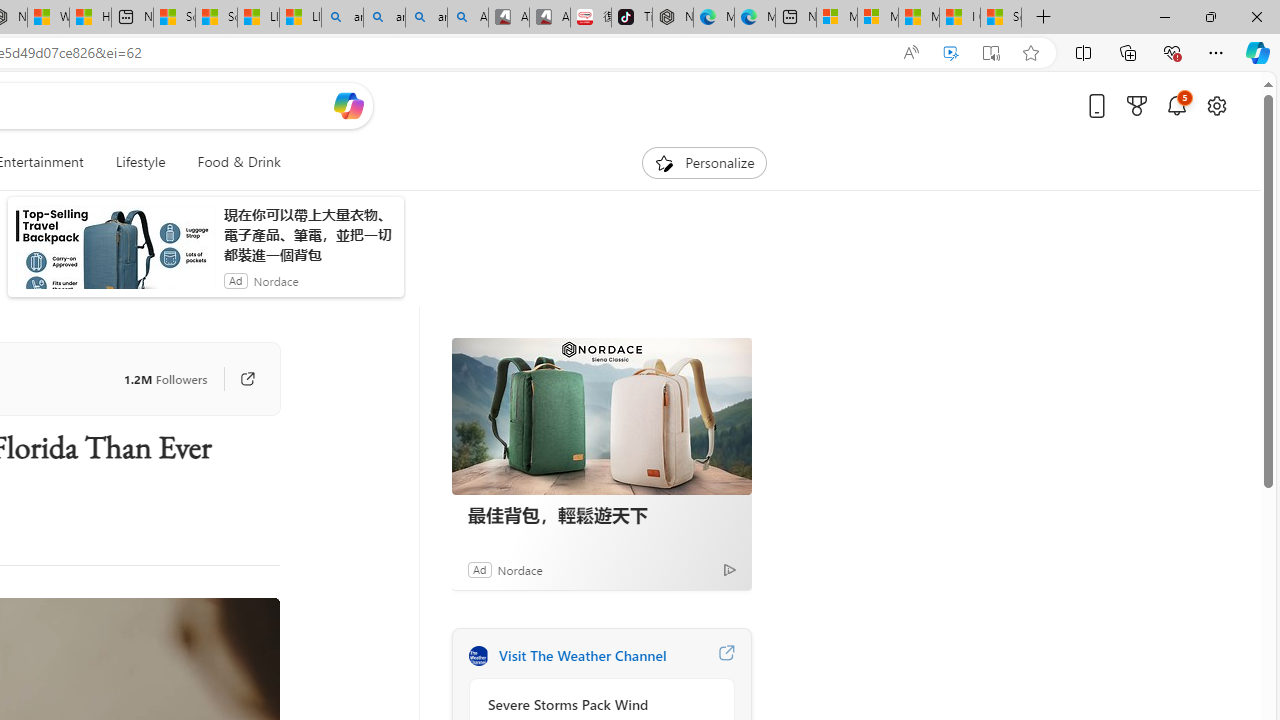 This screenshot has width=1280, height=720. What do you see at coordinates (725, 655) in the screenshot?
I see `'Visit The Weather Channel website'` at bounding box center [725, 655].